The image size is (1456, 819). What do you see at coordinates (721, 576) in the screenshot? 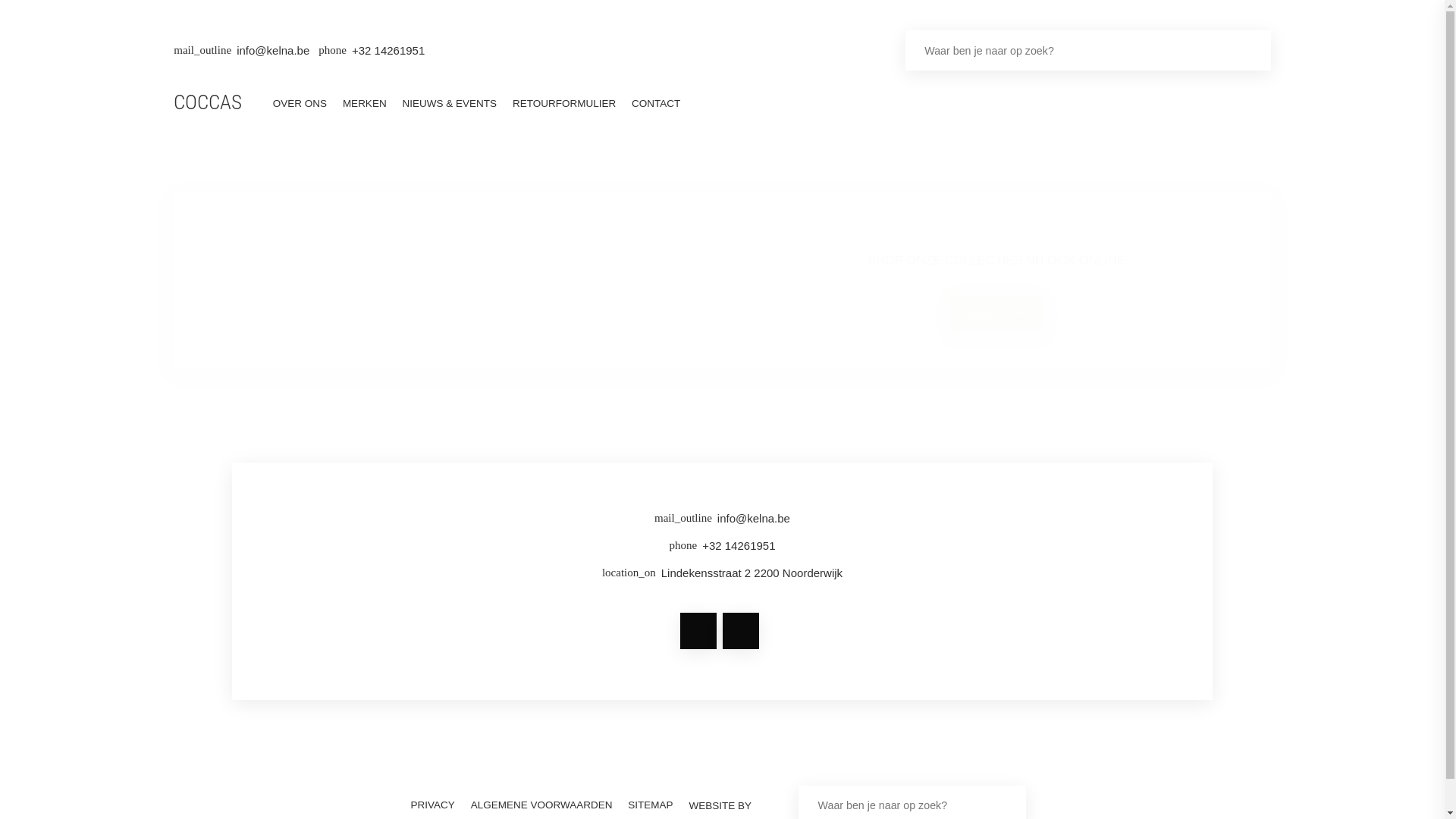
I see `'location_on` at bounding box center [721, 576].